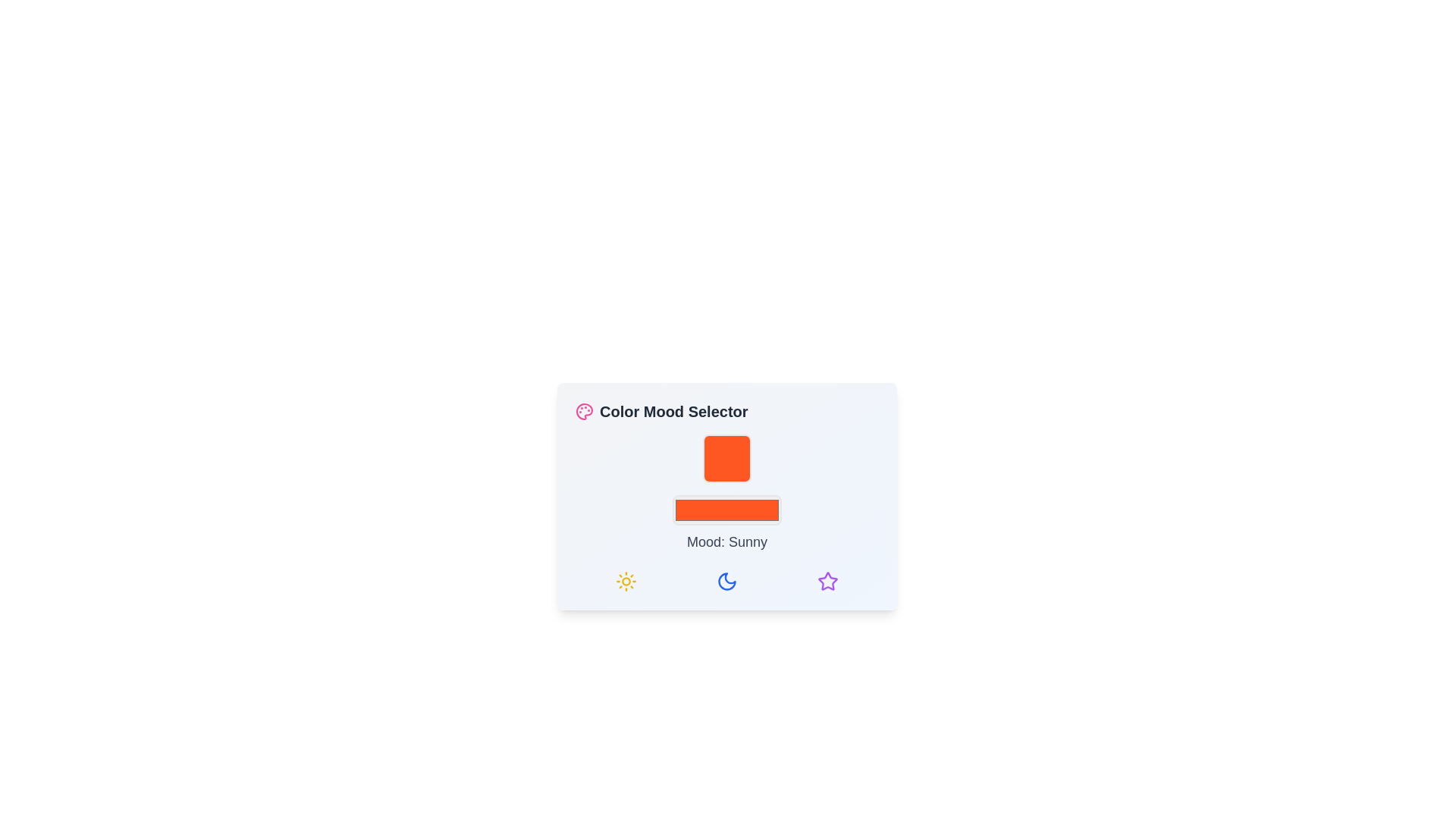 Image resolution: width=1456 pixels, height=819 pixels. Describe the element at coordinates (726, 581) in the screenshot. I see `the crescent moon icon button, which represents the night theme` at that location.